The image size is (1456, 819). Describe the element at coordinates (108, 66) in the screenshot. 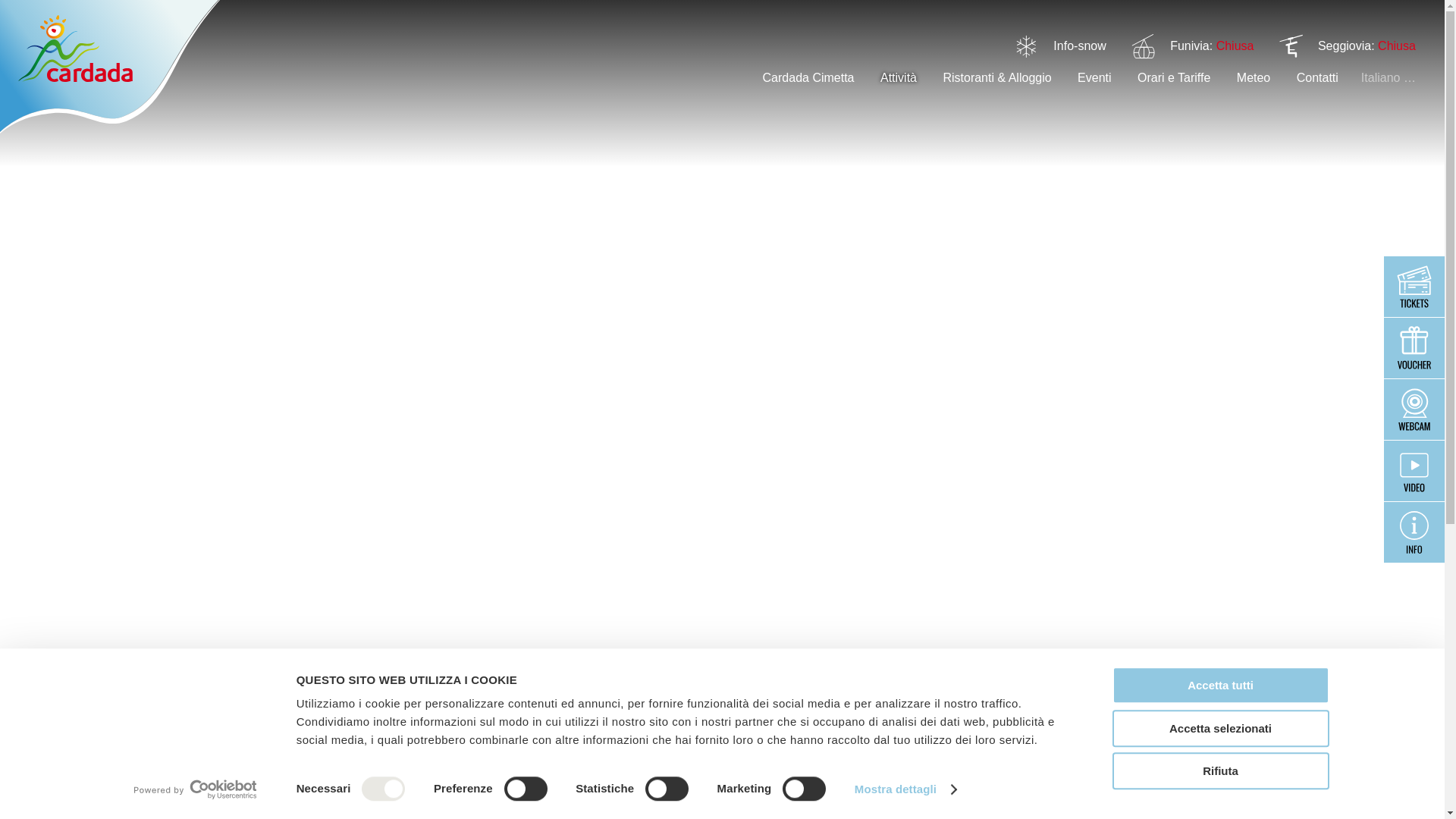

I see `'Cardada'` at that location.